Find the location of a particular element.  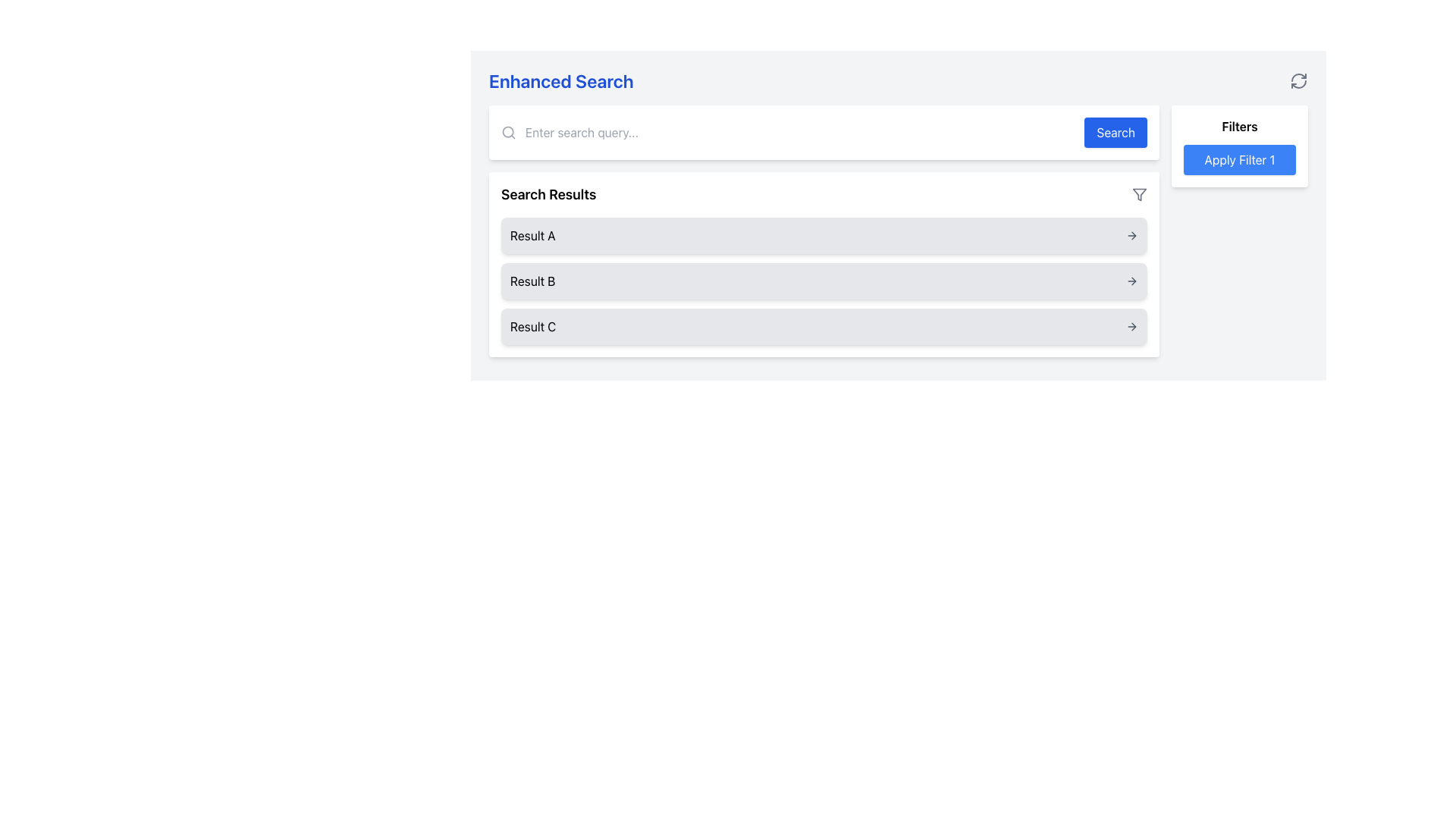

the right-pointing triangle within the arrow icon next to the list item labeled 'Result A' in the 'Search Results' section is located at coordinates (1133, 236).